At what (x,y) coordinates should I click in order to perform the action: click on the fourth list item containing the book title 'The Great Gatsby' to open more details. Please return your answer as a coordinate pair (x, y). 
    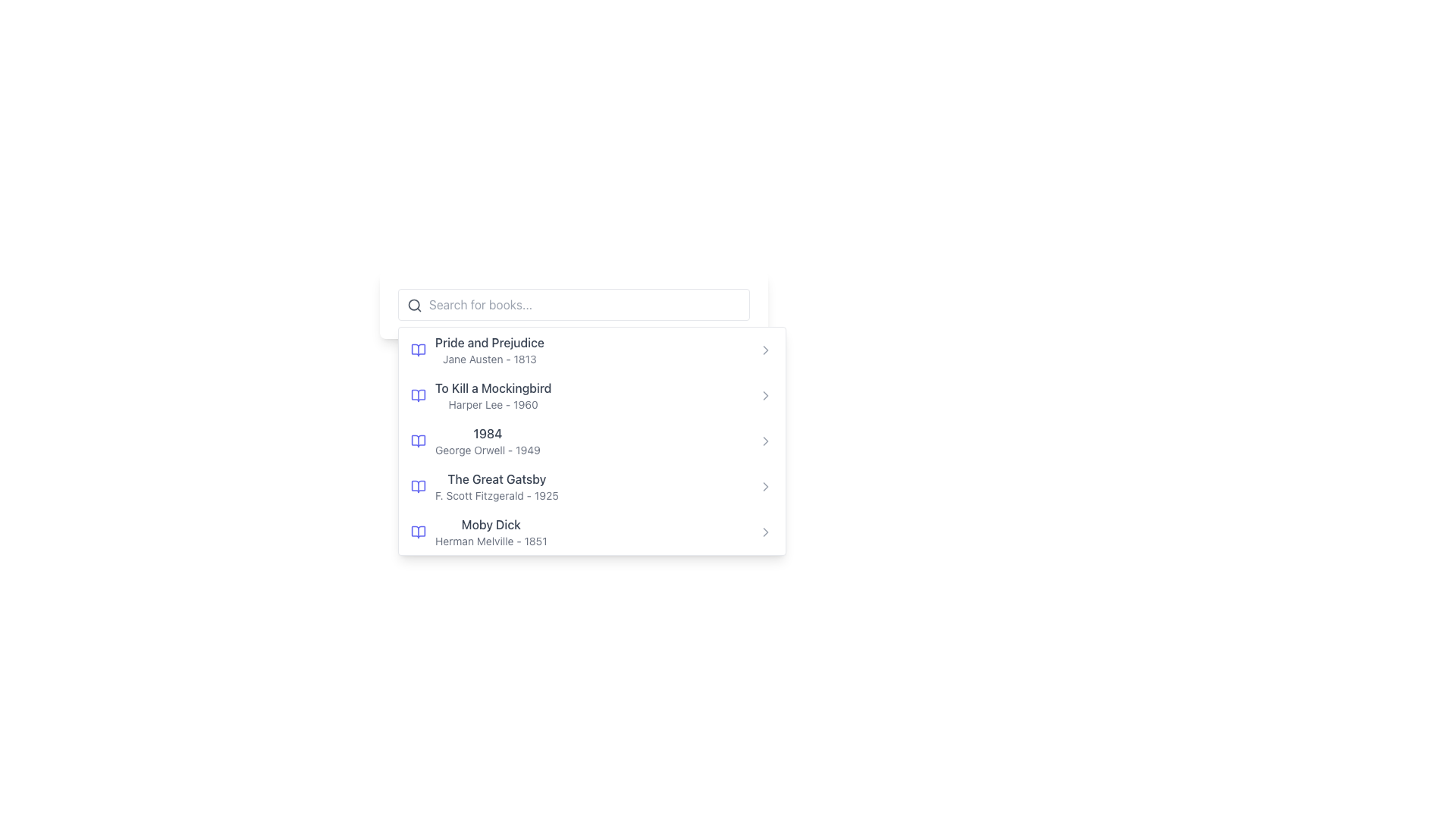
    Looking at the image, I should click on (484, 486).